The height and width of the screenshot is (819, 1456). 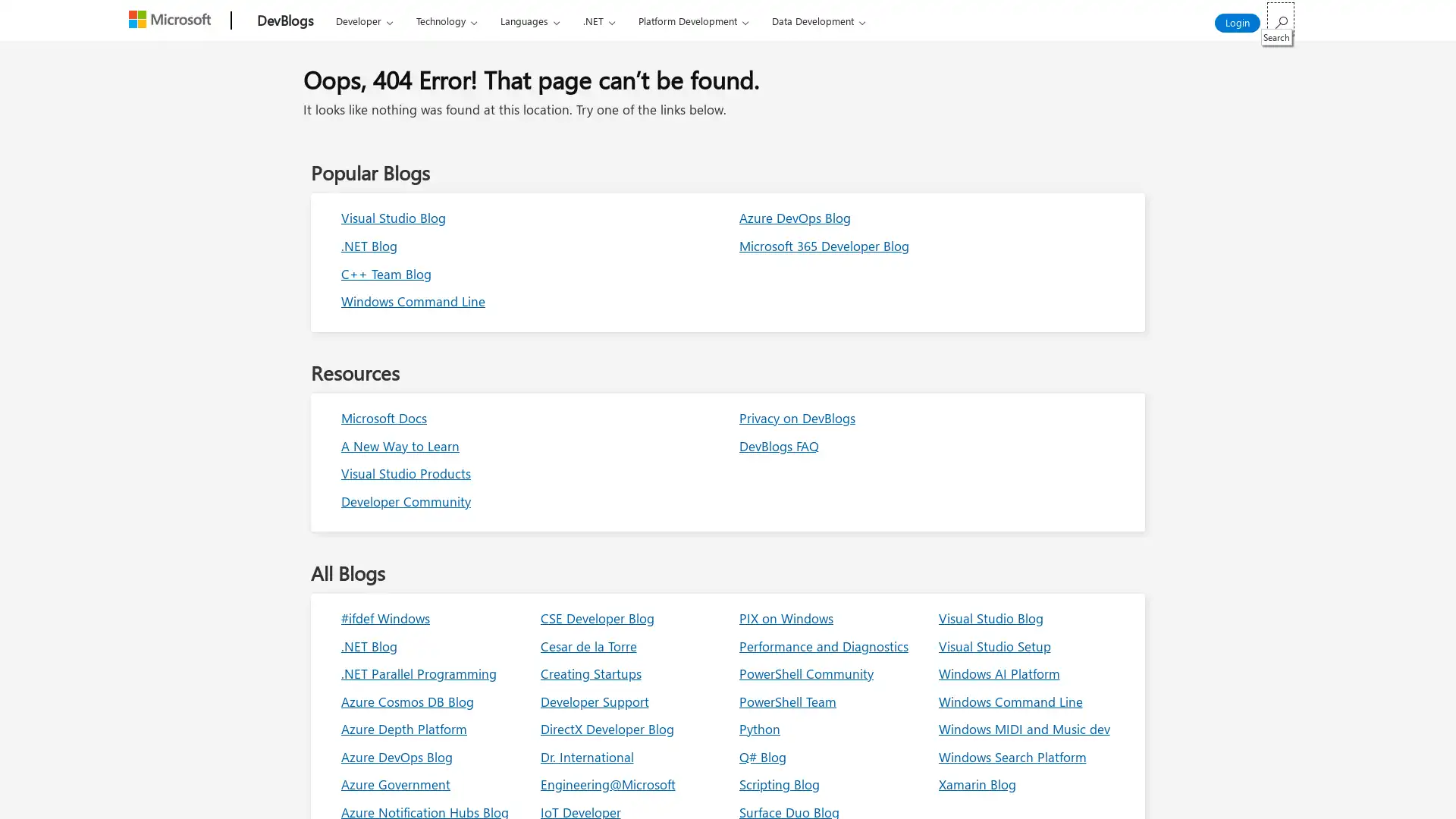 I want to click on Developer, so click(x=364, y=20).